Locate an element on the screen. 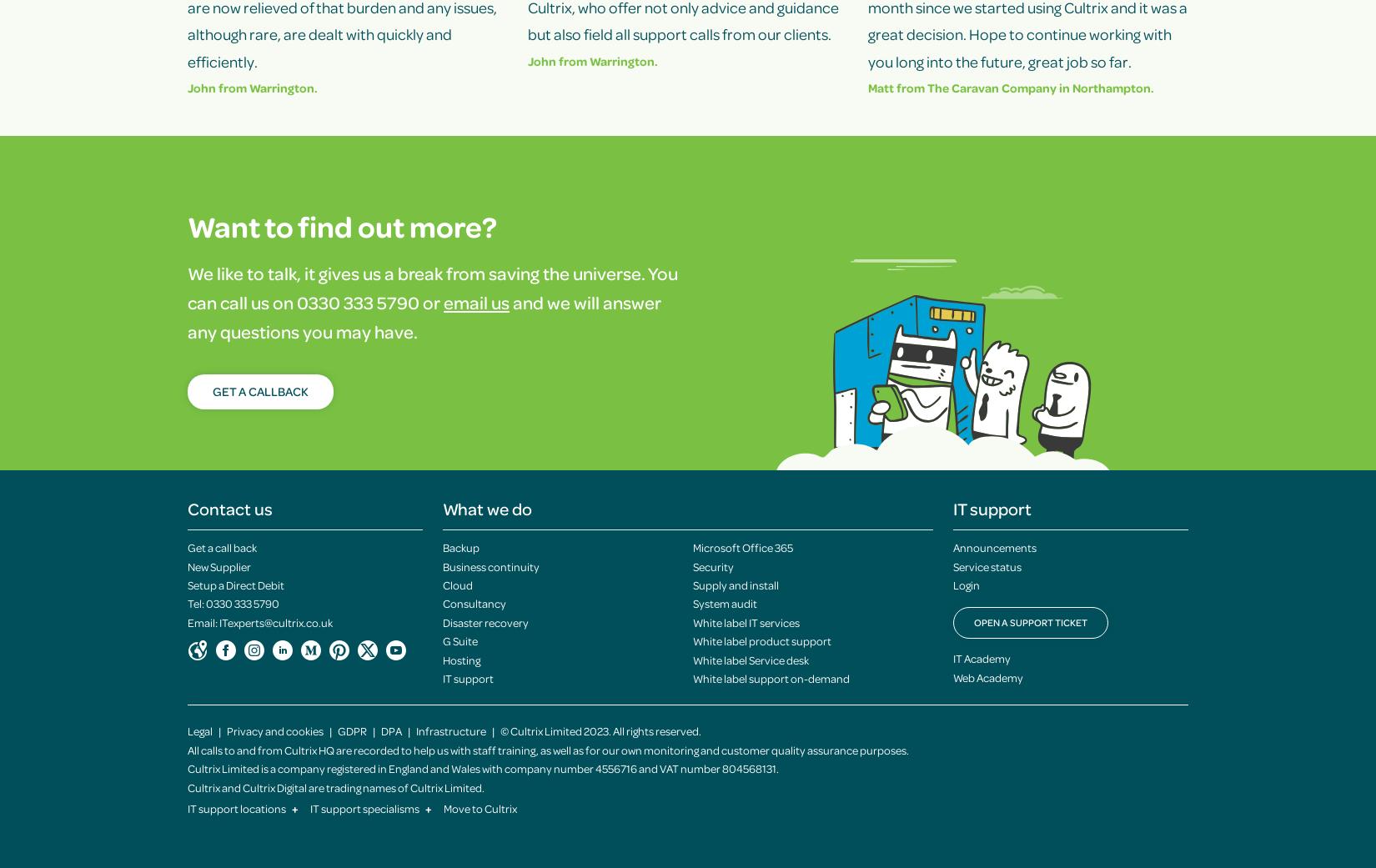 The image size is (1376, 868). 'in Northampton.' is located at coordinates (1056, 86).